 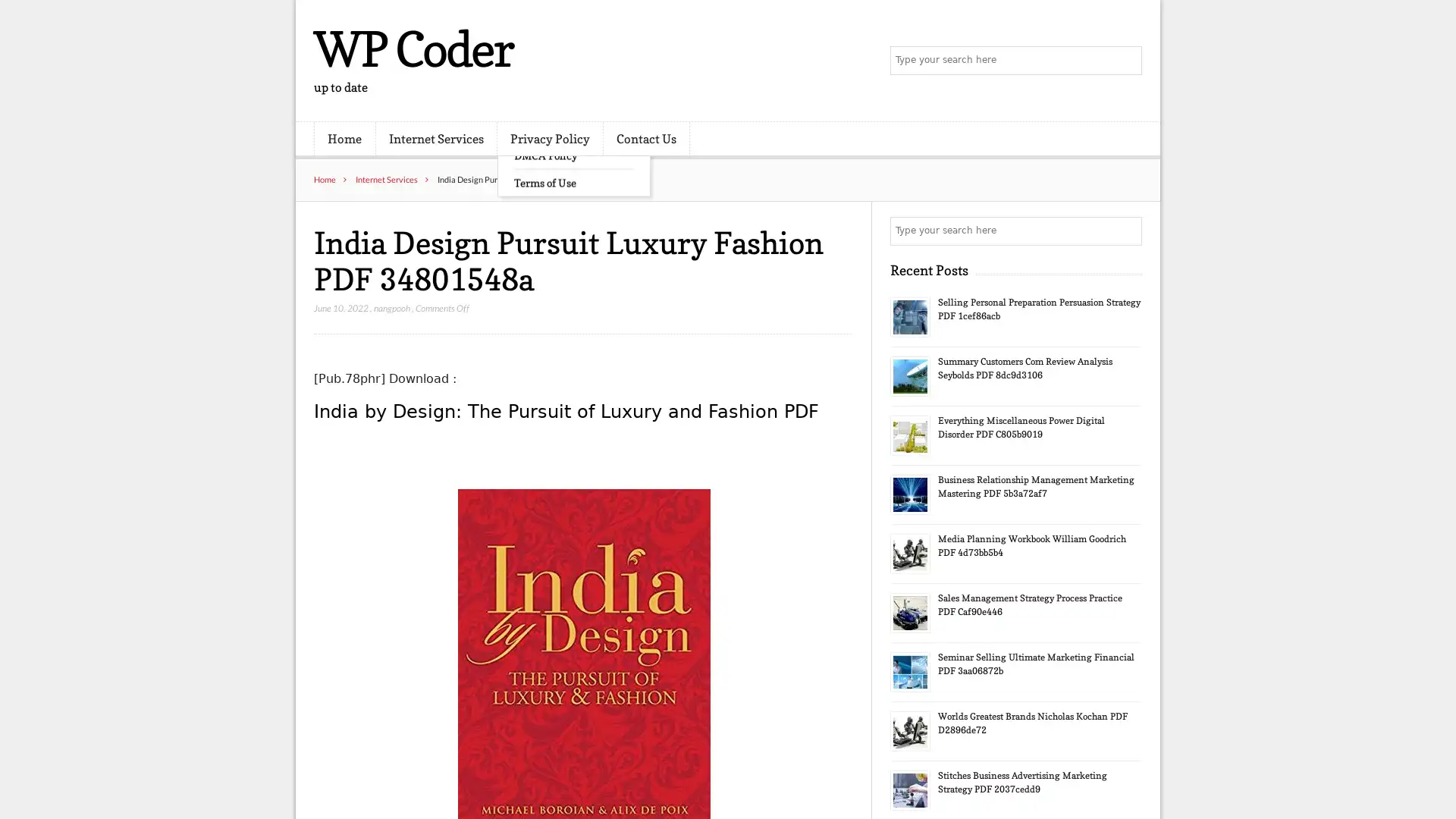 I want to click on Search, so click(x=1126, y=61).